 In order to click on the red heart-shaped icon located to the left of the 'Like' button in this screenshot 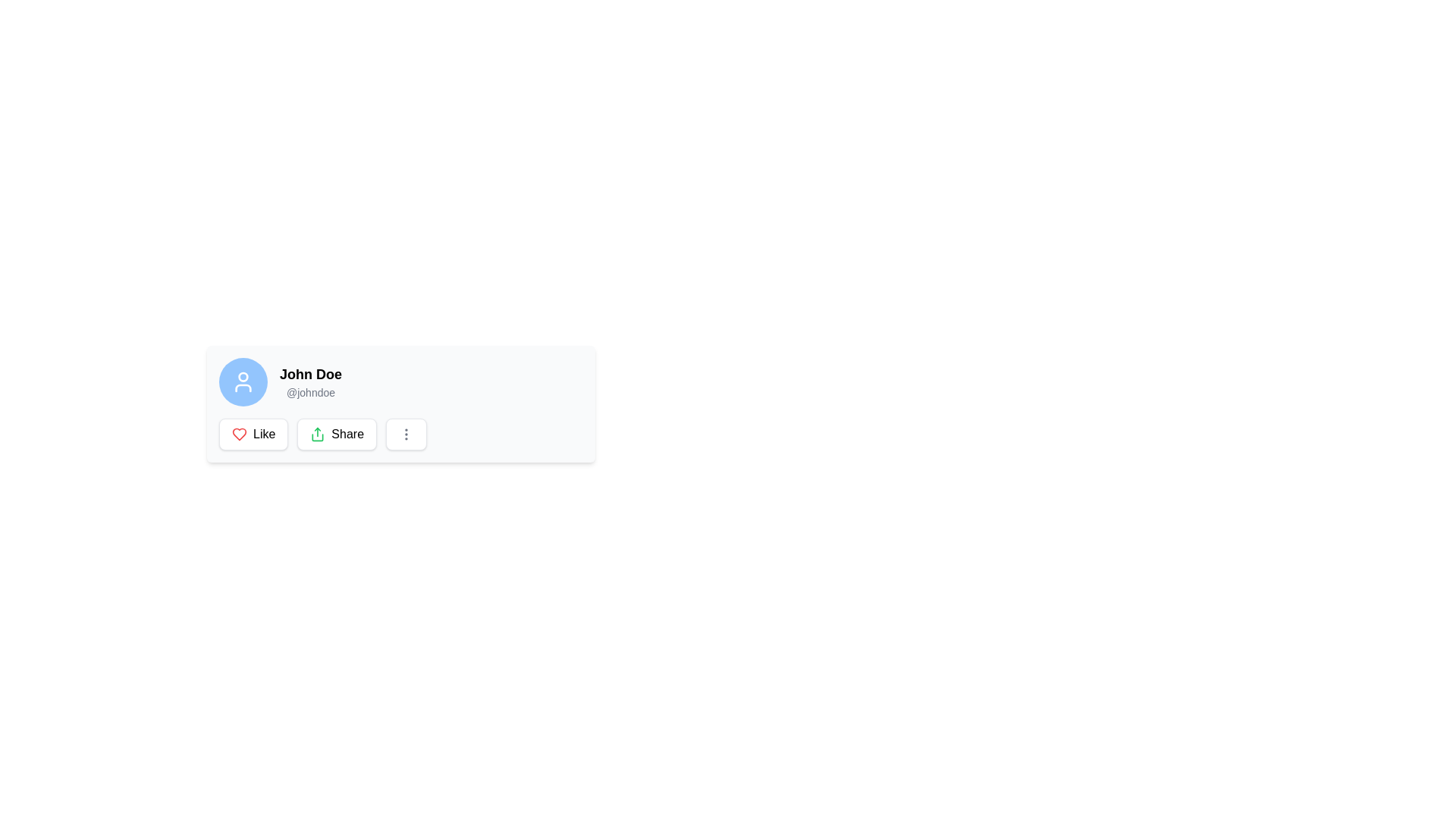, I will do `click(239, 435)`.